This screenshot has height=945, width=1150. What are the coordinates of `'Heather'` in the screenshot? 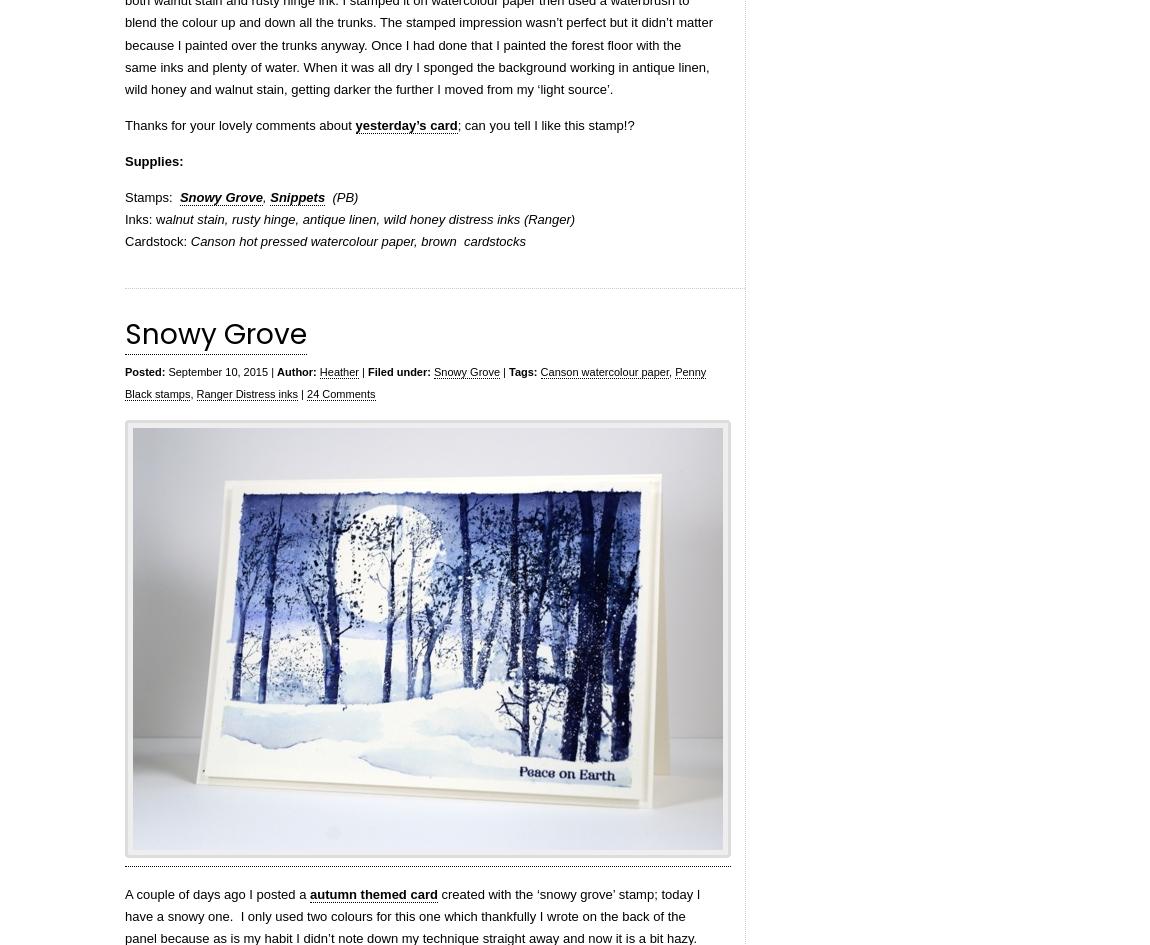 It's located at (339, 371).